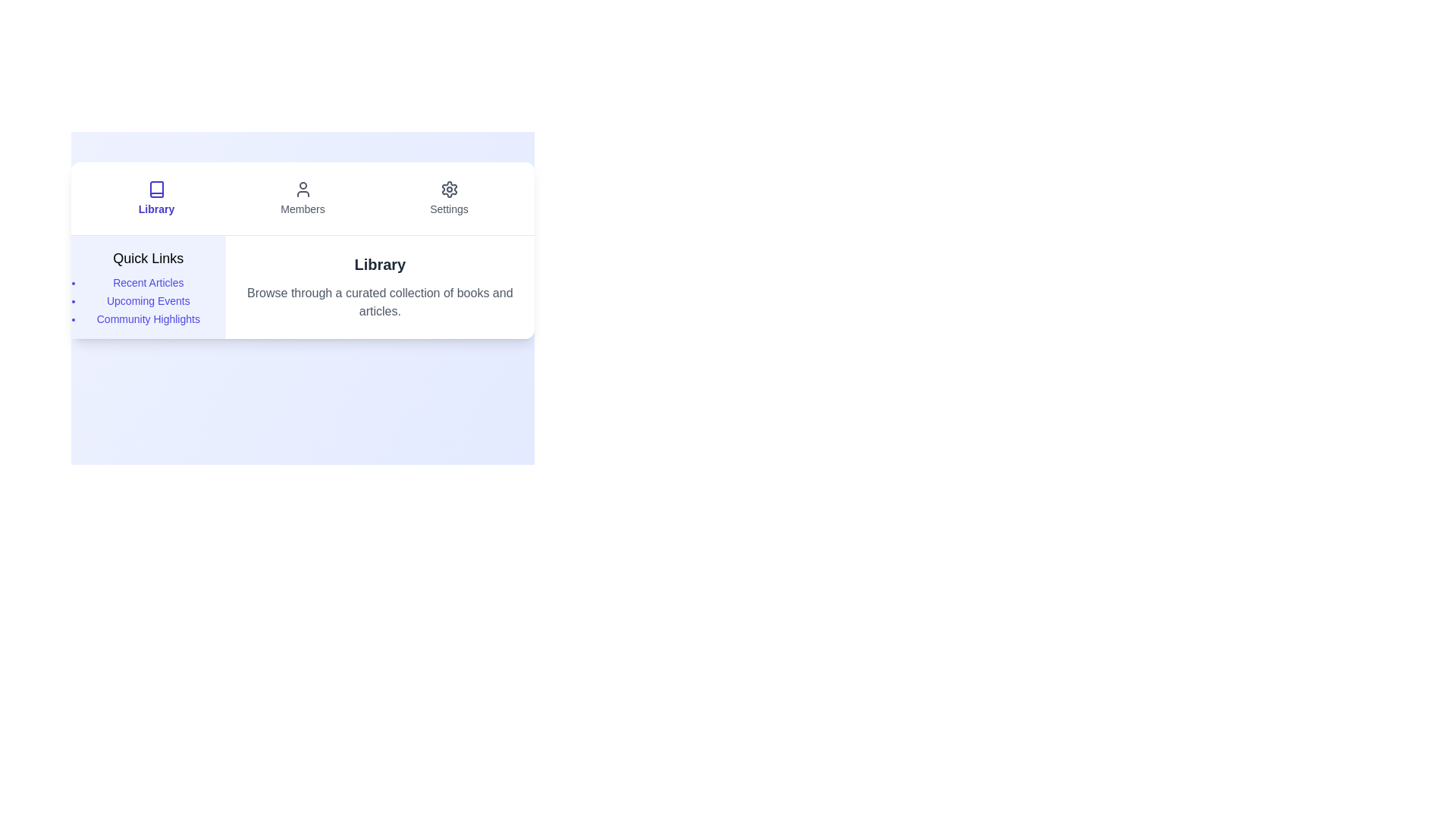  What do you see at coordinates (303, 198) in the screenshot?
I see `the tab labeled Members` at bounding box center [303, 198].